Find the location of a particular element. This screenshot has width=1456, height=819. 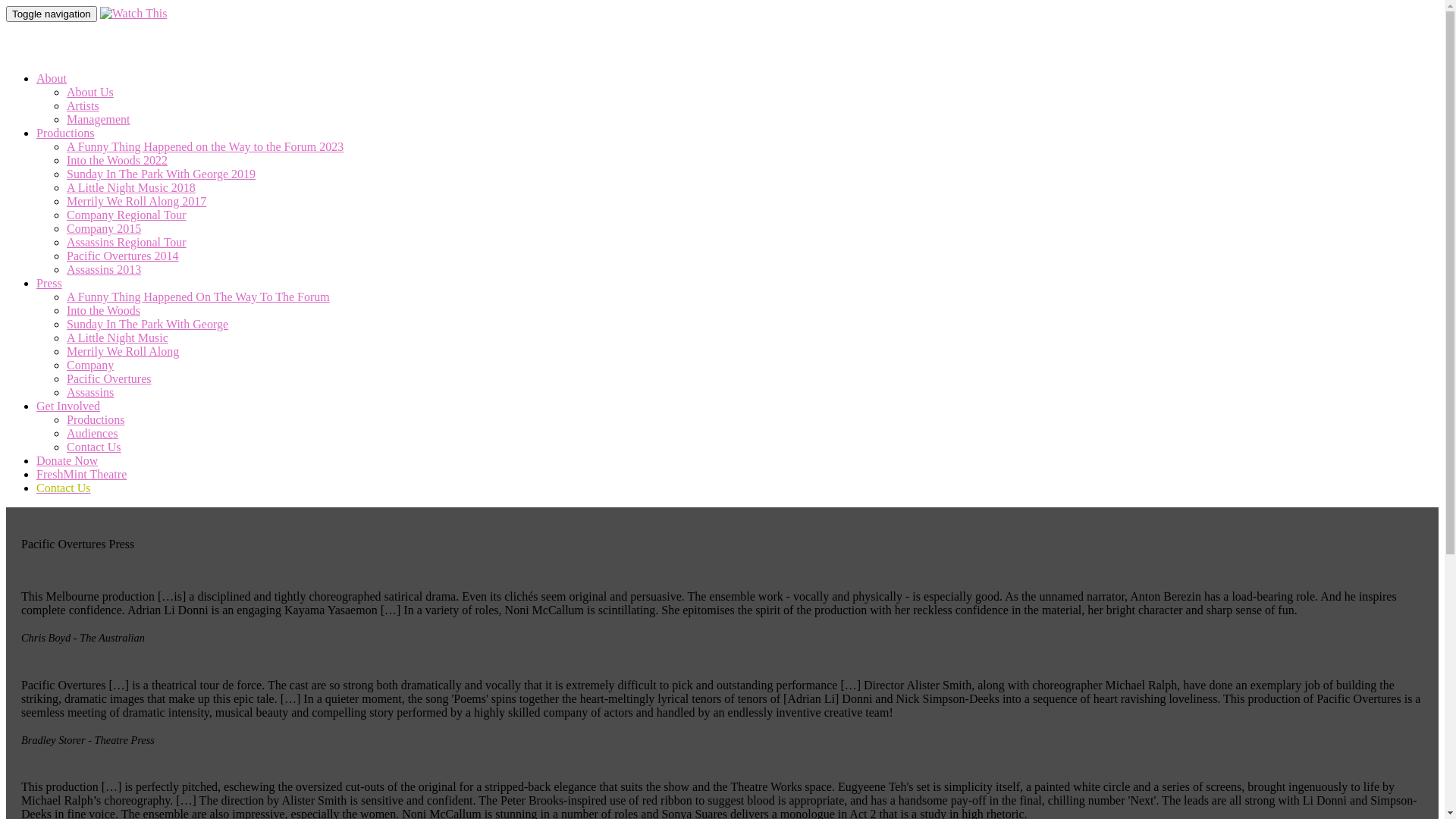

'Productions' is located at coordinates (64, 132).